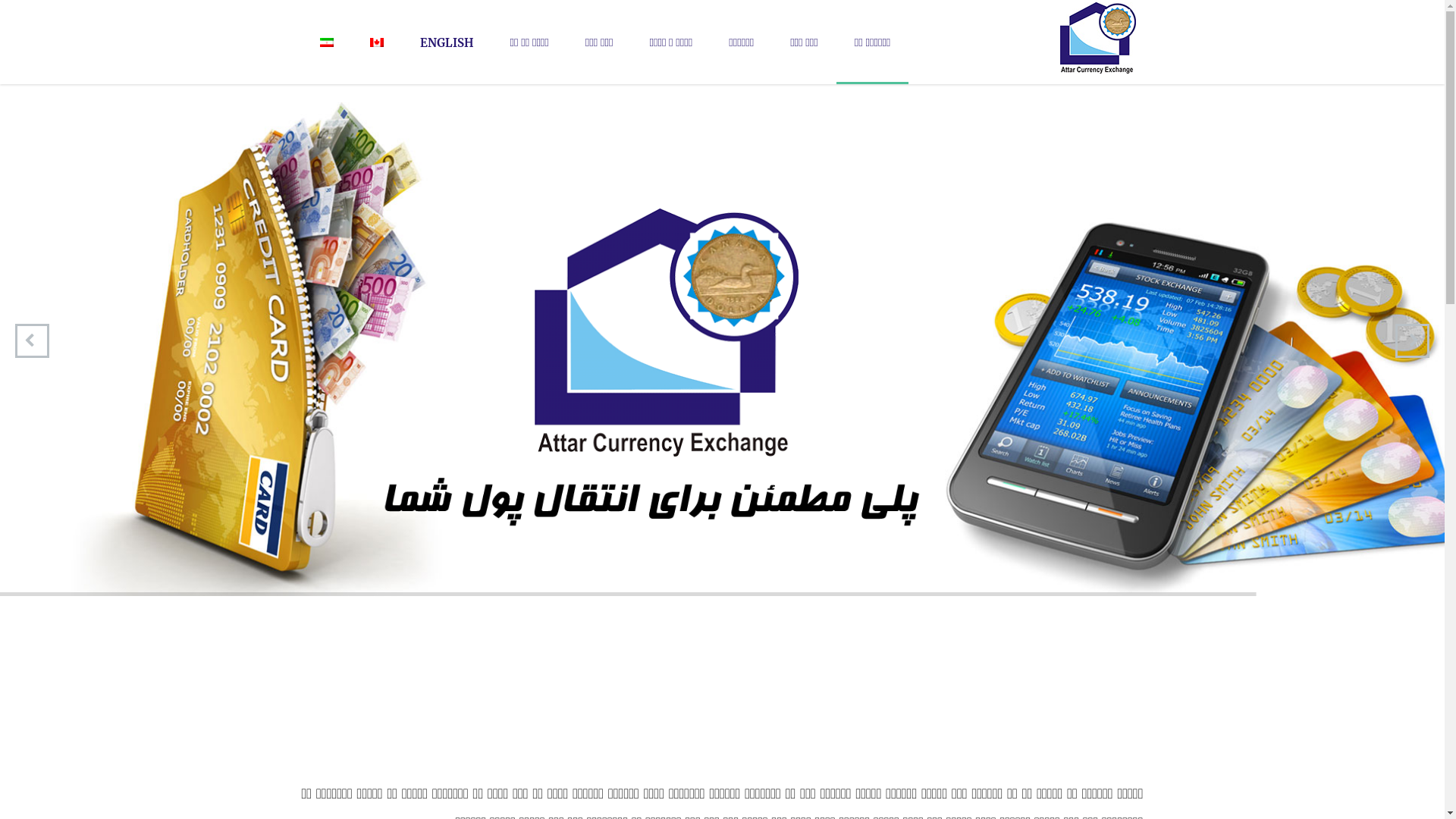 The image size is (1456, 819). Describe the element at coordinates (446, 42) in the screenshot. I see `'ENGLISH'` at that location.